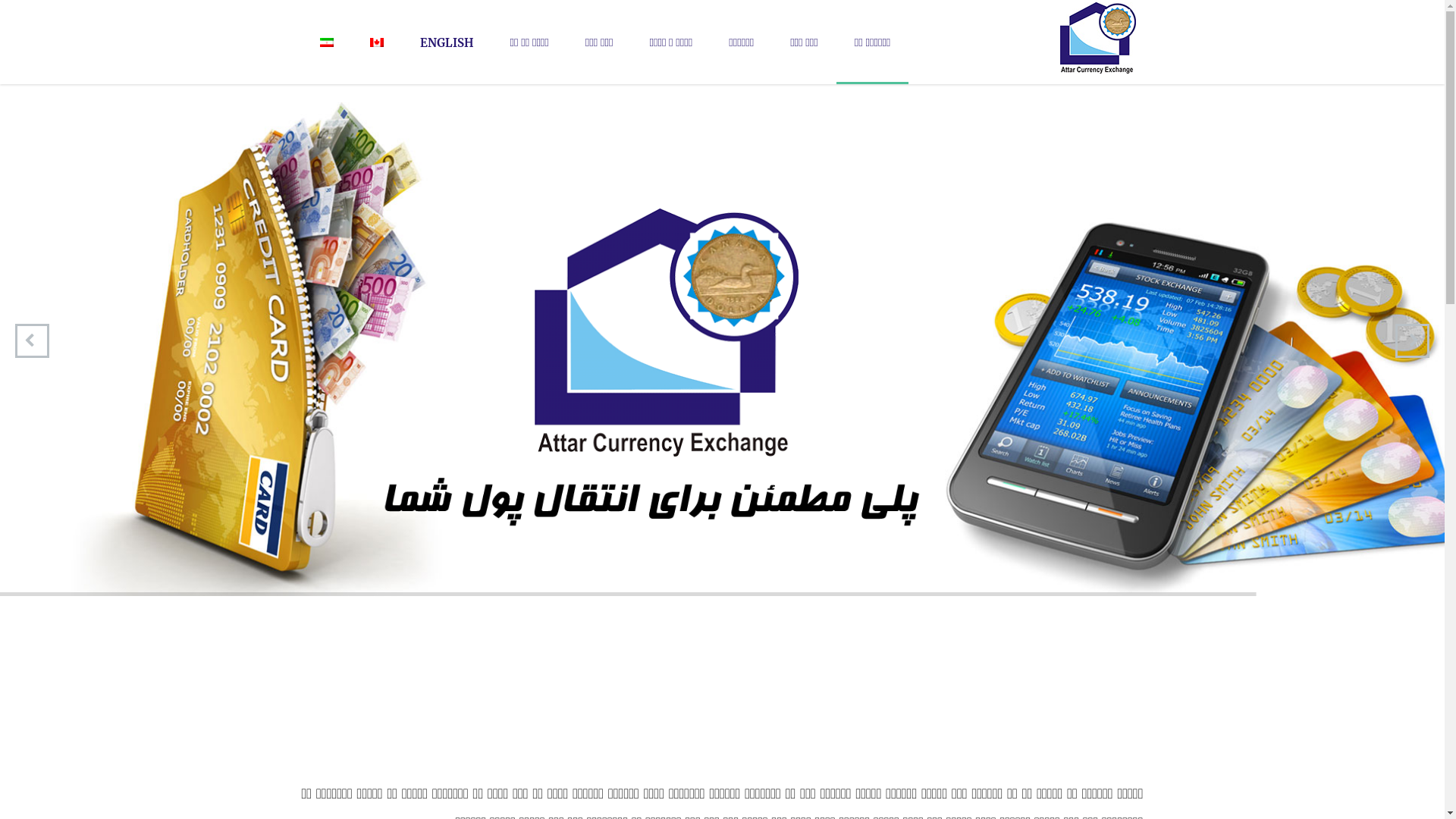 The image size is (1456, 819). Describe the element at coordinates (446, 42) in the screenshot. I see `'ENGLISH'` at that location.